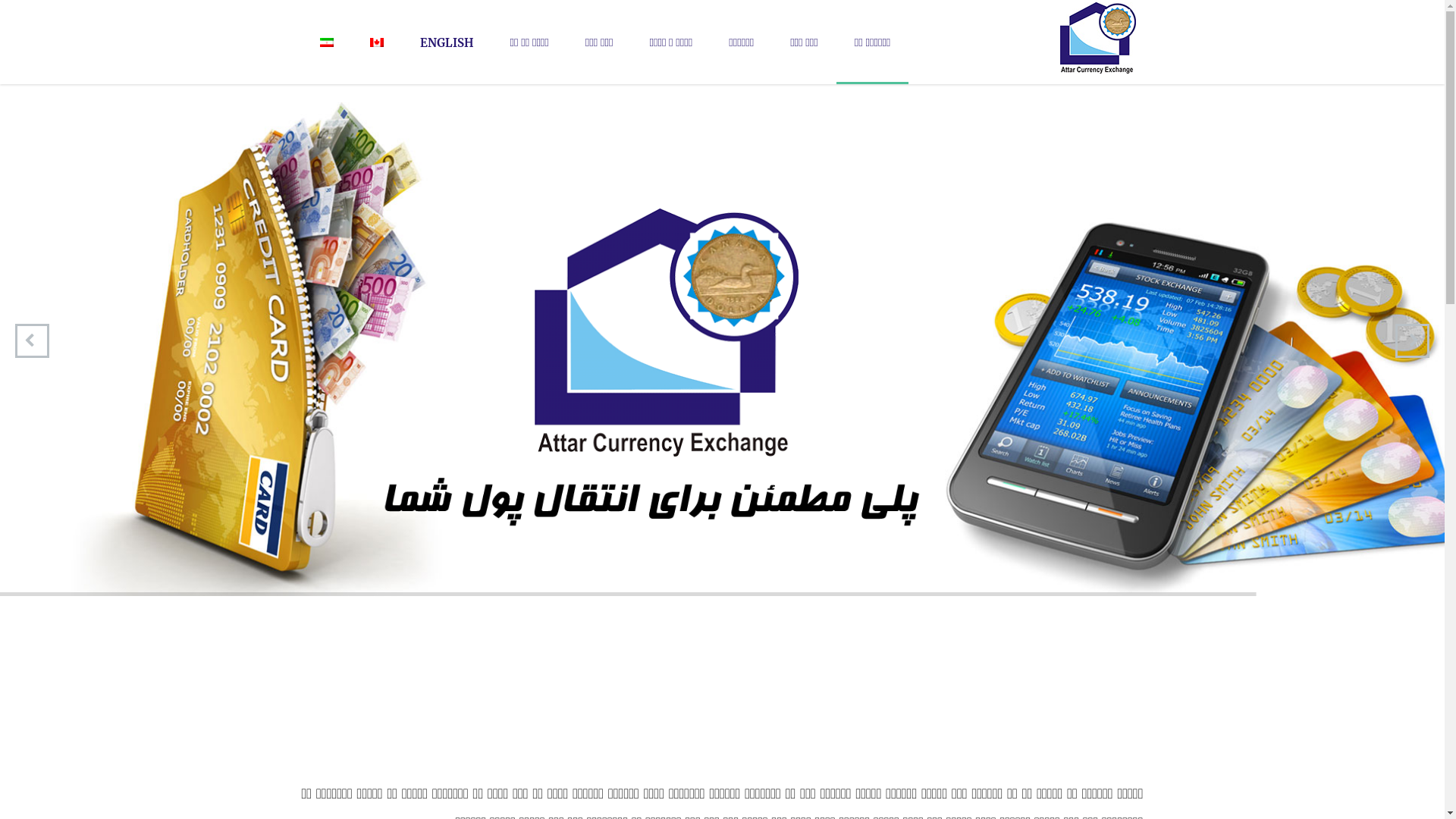 The image size is (1456, 819). Describe the element at coordinates (446, 42) in the screenshot. I see `'ENGLISH'` at that location.